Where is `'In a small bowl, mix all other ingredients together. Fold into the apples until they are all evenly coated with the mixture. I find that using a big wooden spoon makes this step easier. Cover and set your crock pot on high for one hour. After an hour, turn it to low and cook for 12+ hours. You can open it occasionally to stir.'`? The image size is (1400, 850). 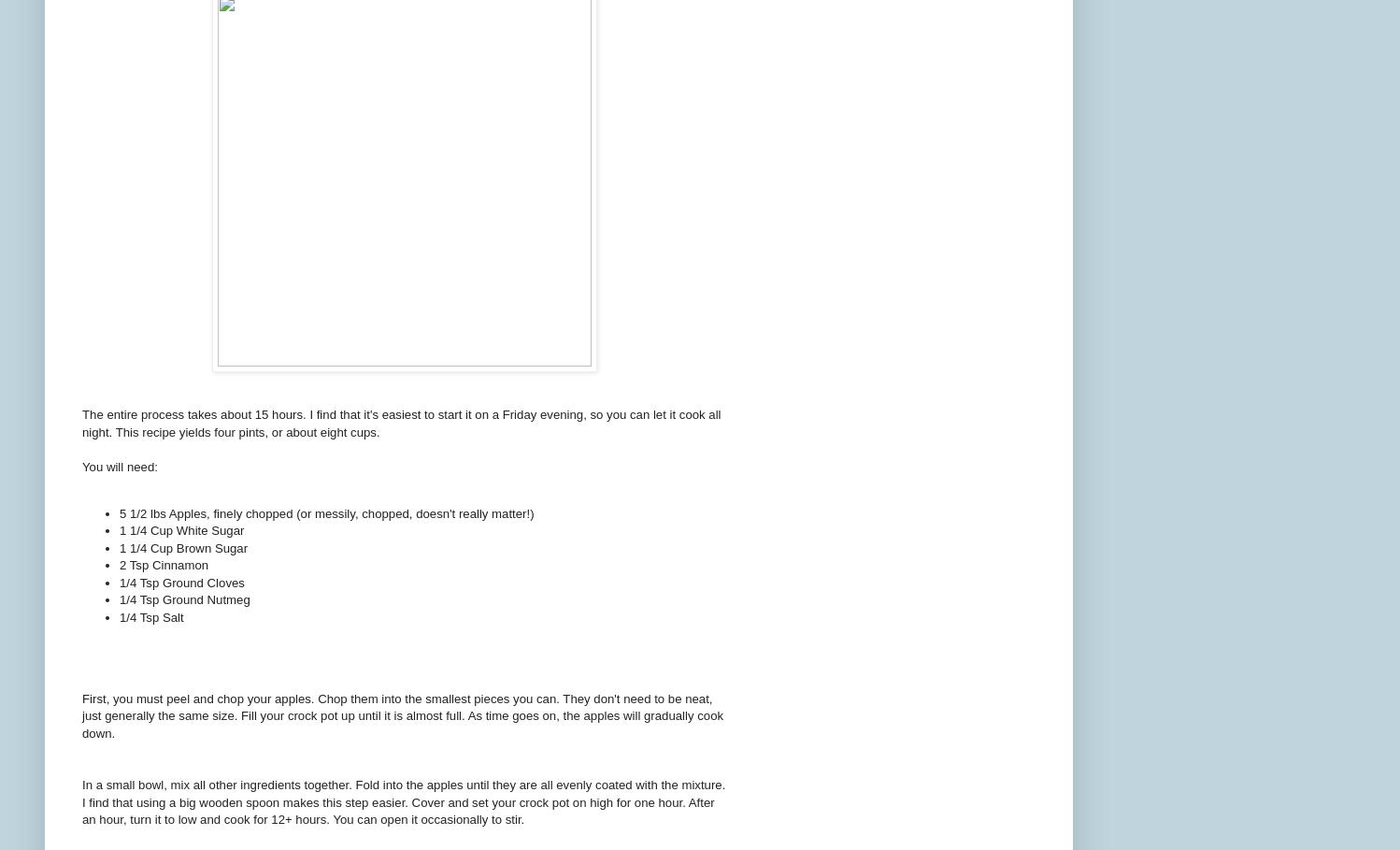 'In a small bowl, mix all other ingredients together. Fold into the apples until they are all evenly coated with the mixture. I find that using a big wooden spoon makes this step easier. Cover and set your crock pot on high for one hour. After an hour, turn it to low and cook for 12+ hours. You can open it occasionally to stir.' is located at coordinates (404, 801).